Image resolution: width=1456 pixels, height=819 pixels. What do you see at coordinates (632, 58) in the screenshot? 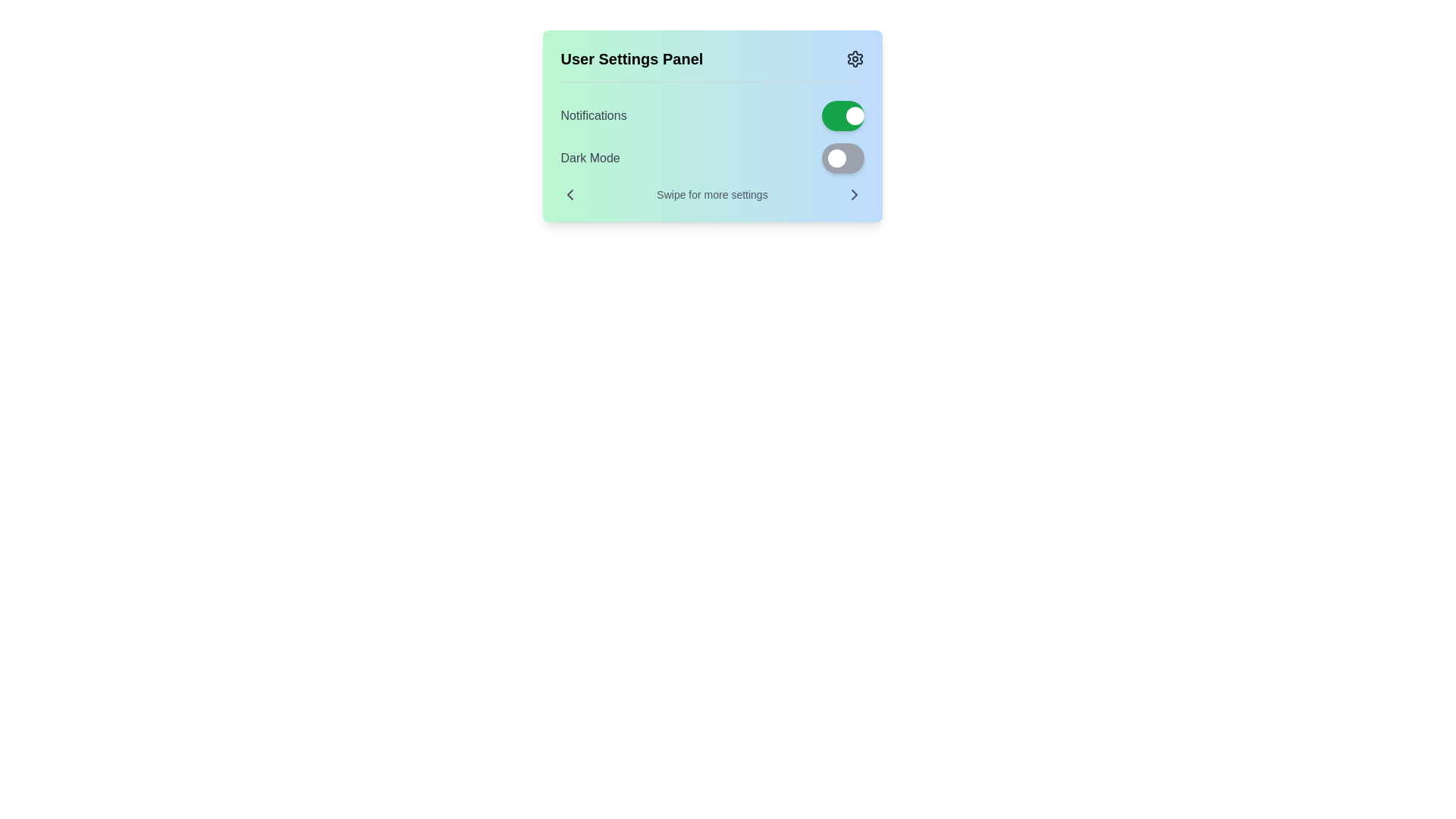
I see `the text 'User Settings Panel' displayed at the top of the component` at bounding box center [632, 58].